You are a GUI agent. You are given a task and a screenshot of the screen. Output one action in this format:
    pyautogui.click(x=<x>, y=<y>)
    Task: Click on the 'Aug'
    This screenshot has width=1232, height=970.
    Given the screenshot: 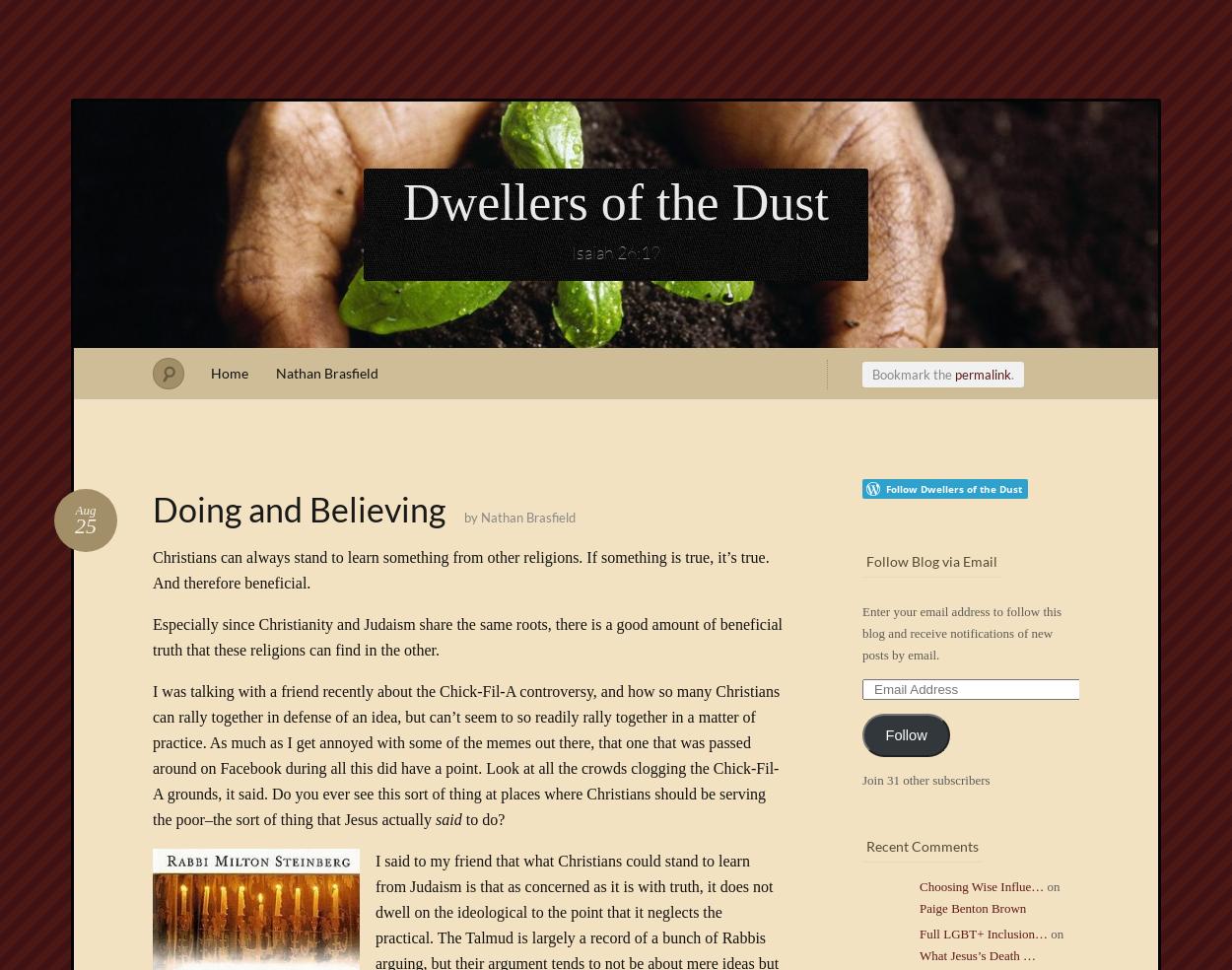 What is the action you would take?
    pyautogui.click(x=84, y=509)
    